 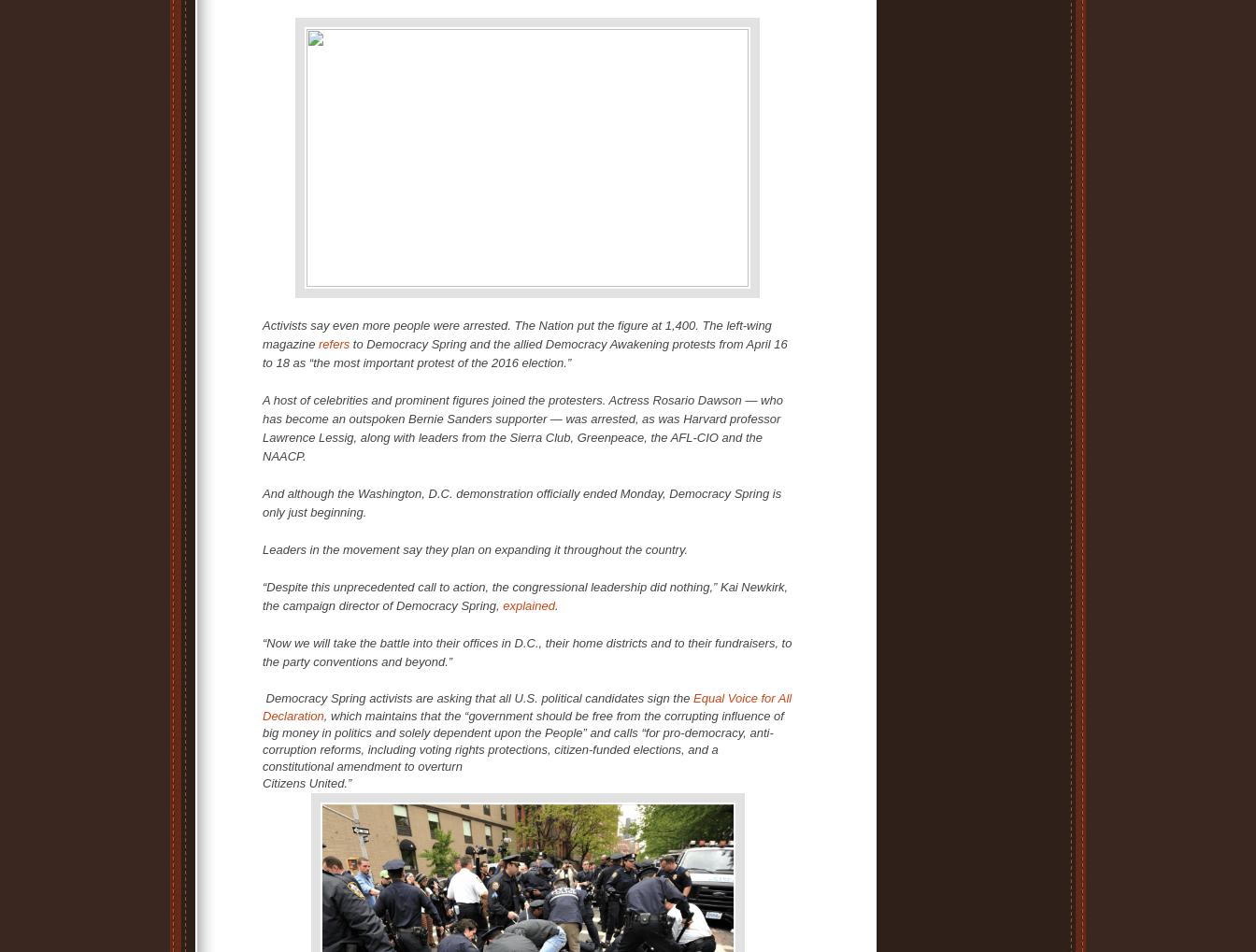 What do you see at coordinates (522, 740) in the screenshot?
I see `', which maintains that the “government should be free from the corrupting influence of big money in politics and solely dependent upon the People” and calls “for pro-democracy, anti-corruption reforms, including voting rights protections, citizen-funded elections, and a constitutional amendment to overturn'` at bounding box center [522, 740].